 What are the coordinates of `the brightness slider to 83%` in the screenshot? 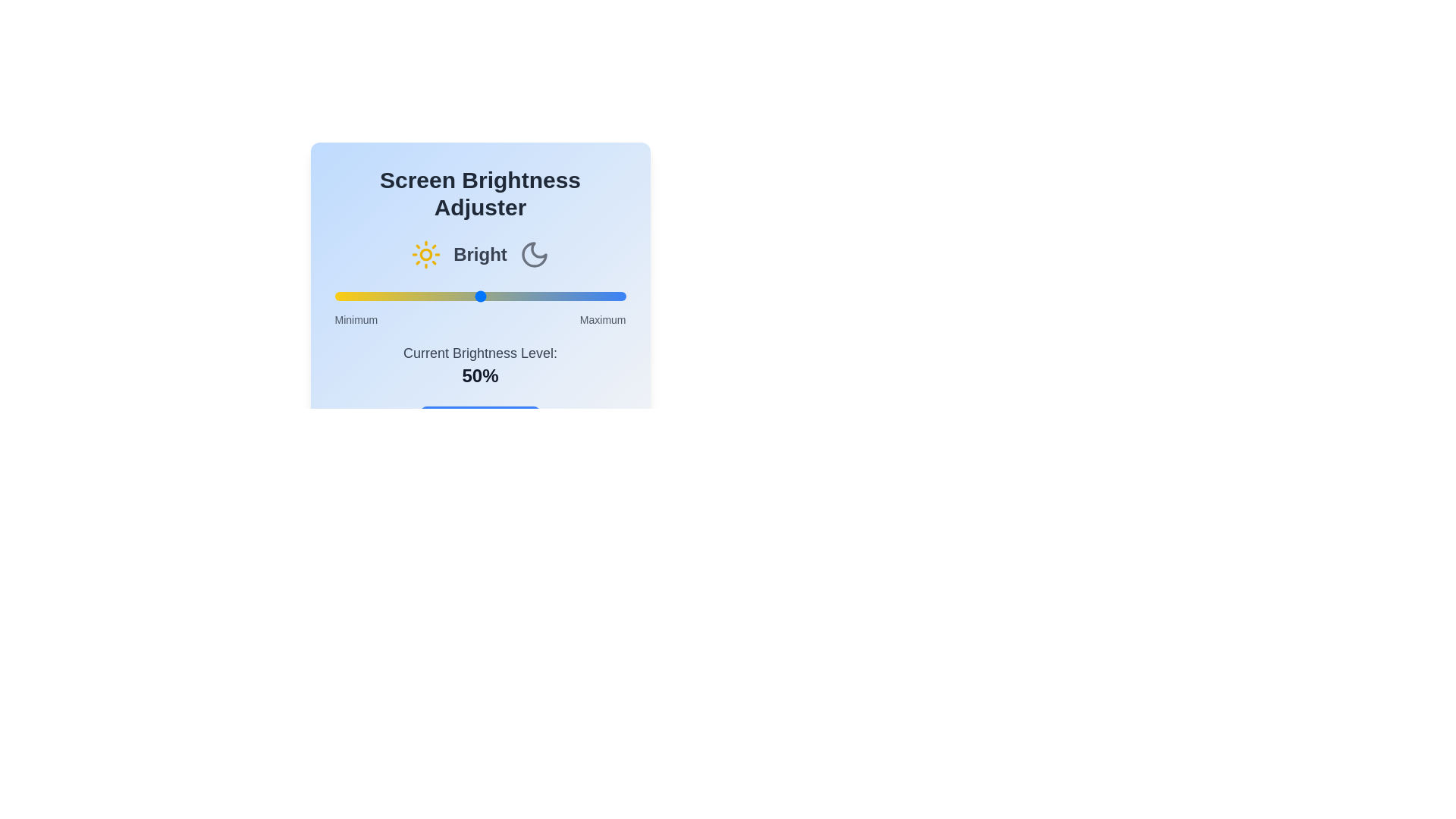 It's located at (576, 296).